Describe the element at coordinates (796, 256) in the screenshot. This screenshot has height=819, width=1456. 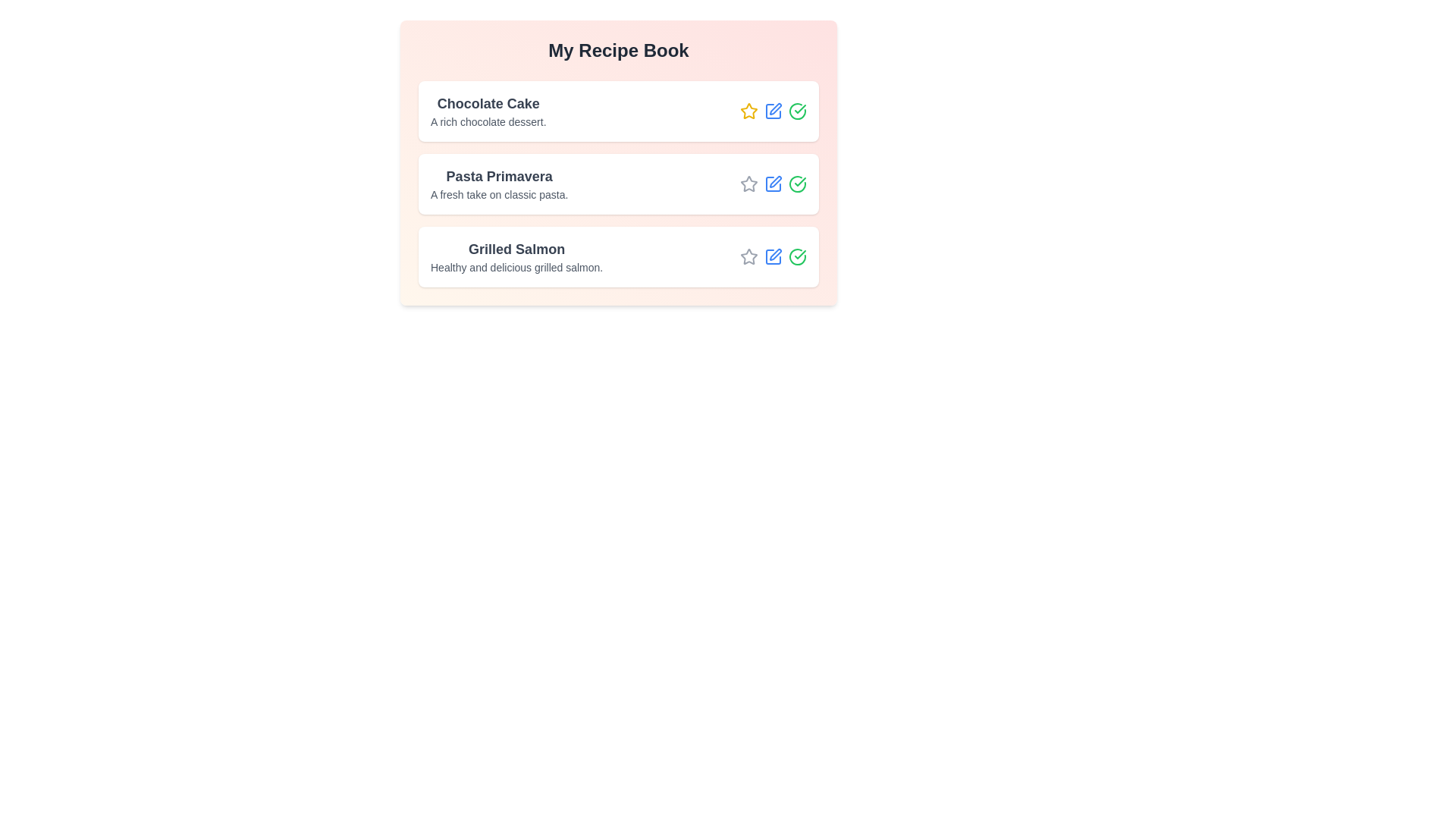
I see `checkmark icon for the recipe titled Grilled Salmon to mark it as completed` at that location.